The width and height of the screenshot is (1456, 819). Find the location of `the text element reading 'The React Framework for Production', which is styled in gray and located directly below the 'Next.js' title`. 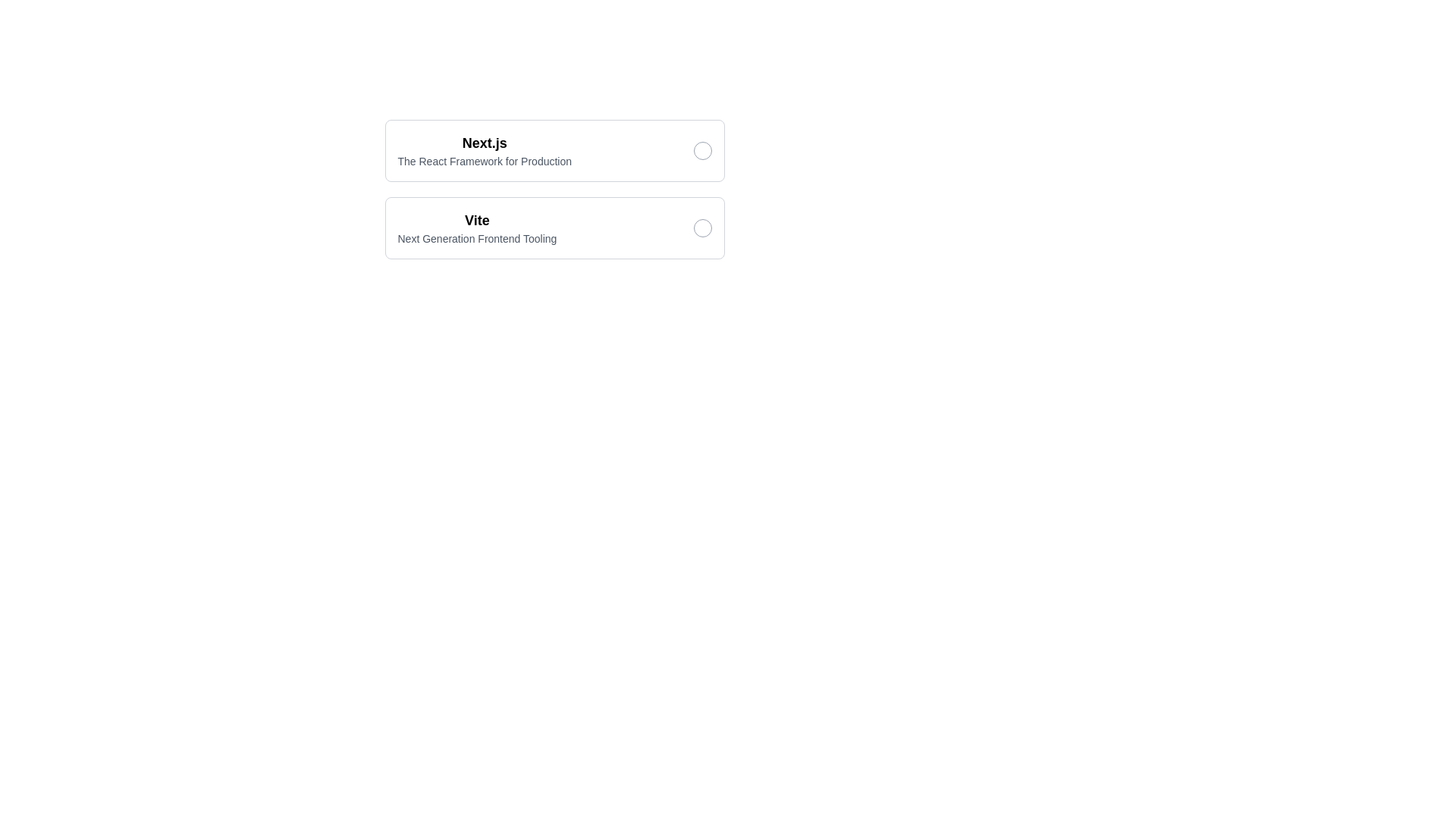

the text element reading 'The React Framework for Production', which is styled in gray and located directly below the 'Next.js' title is located at coordinates (484, 161).